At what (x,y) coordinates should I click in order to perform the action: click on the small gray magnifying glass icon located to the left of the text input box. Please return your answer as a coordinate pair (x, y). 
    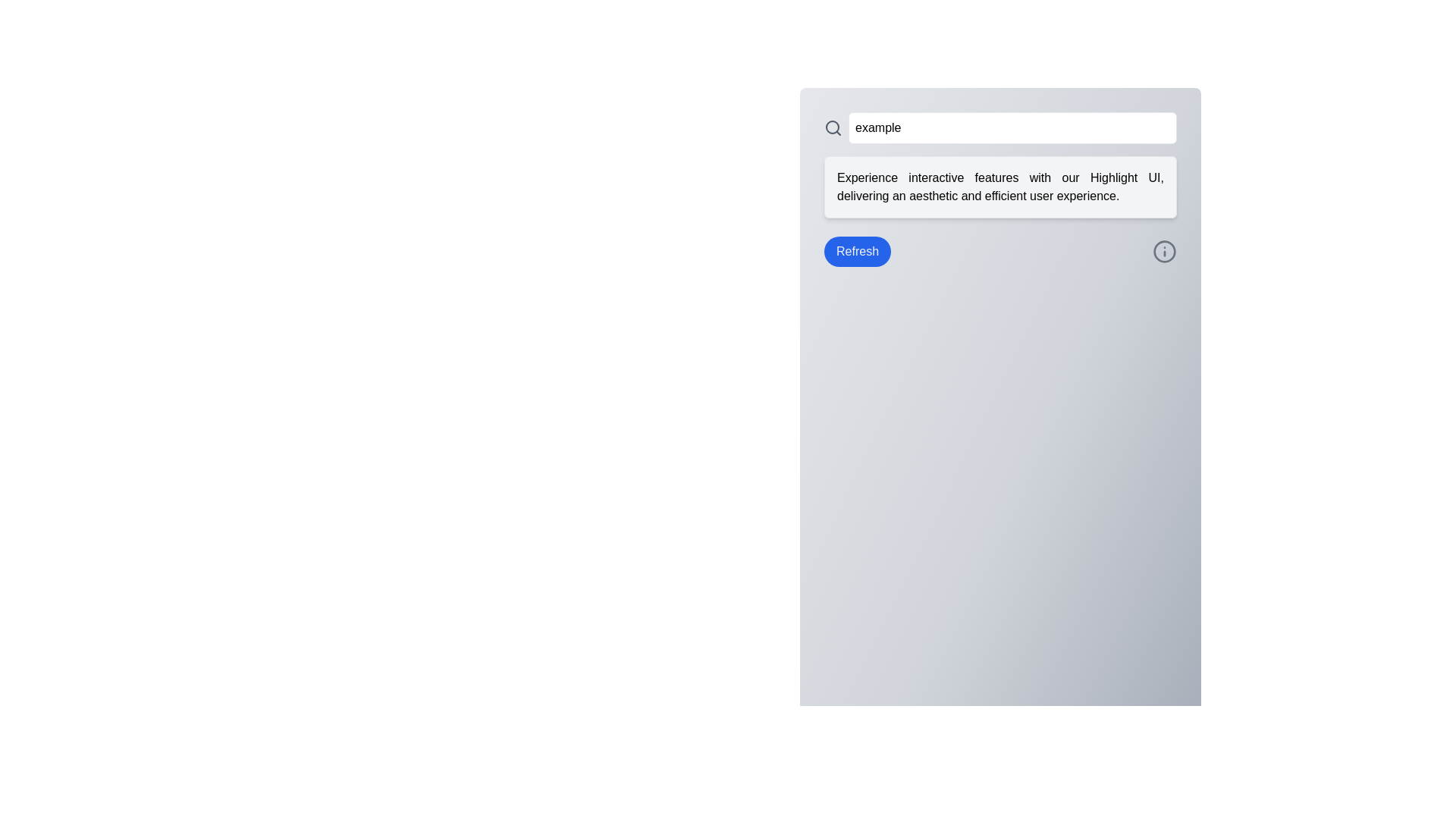
    Looking at the image, I should click on (833, 127).